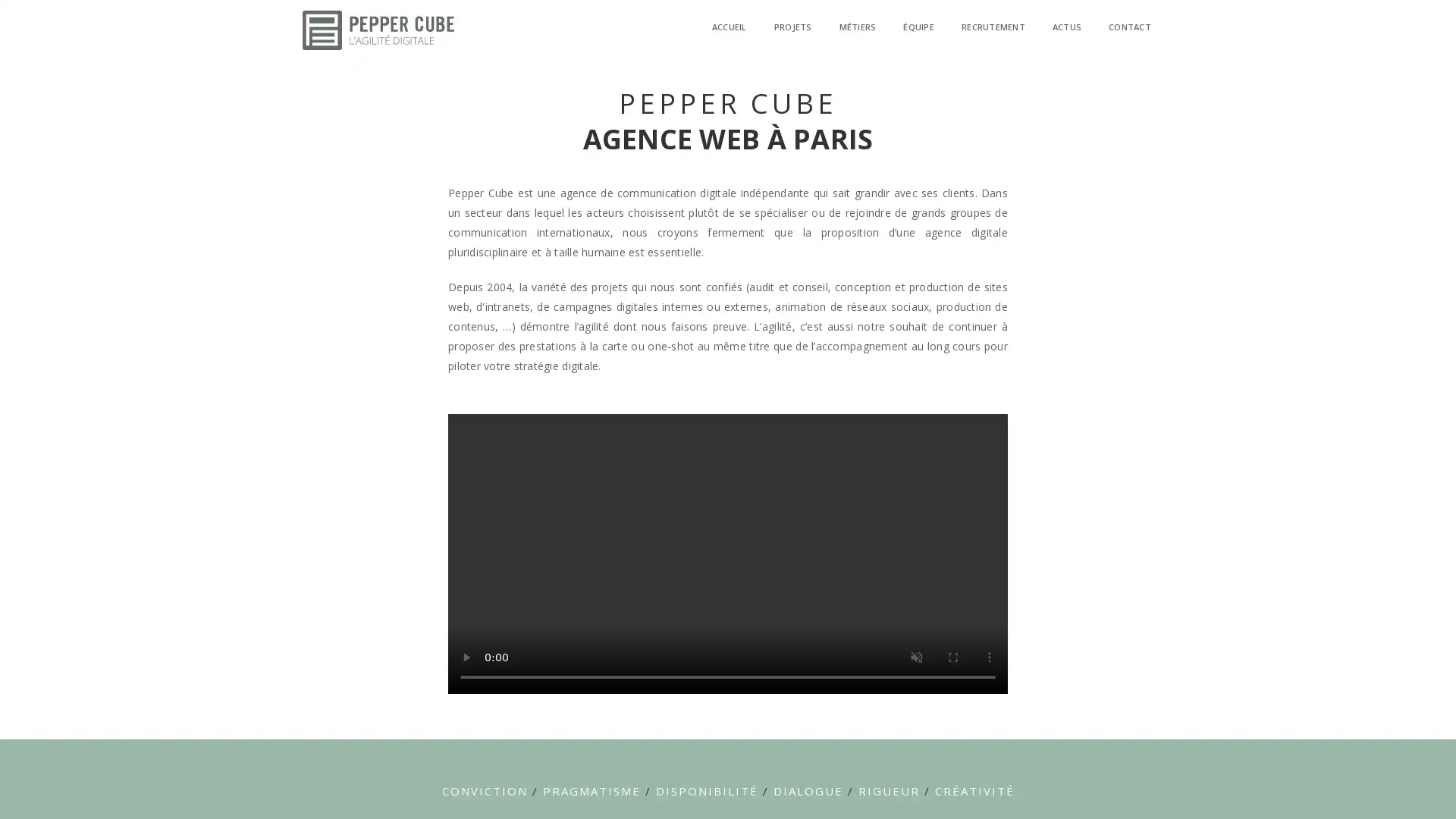 The height and width of the screenshot is (819, 1456). I want to click on show more media controls, so click(990, 657).